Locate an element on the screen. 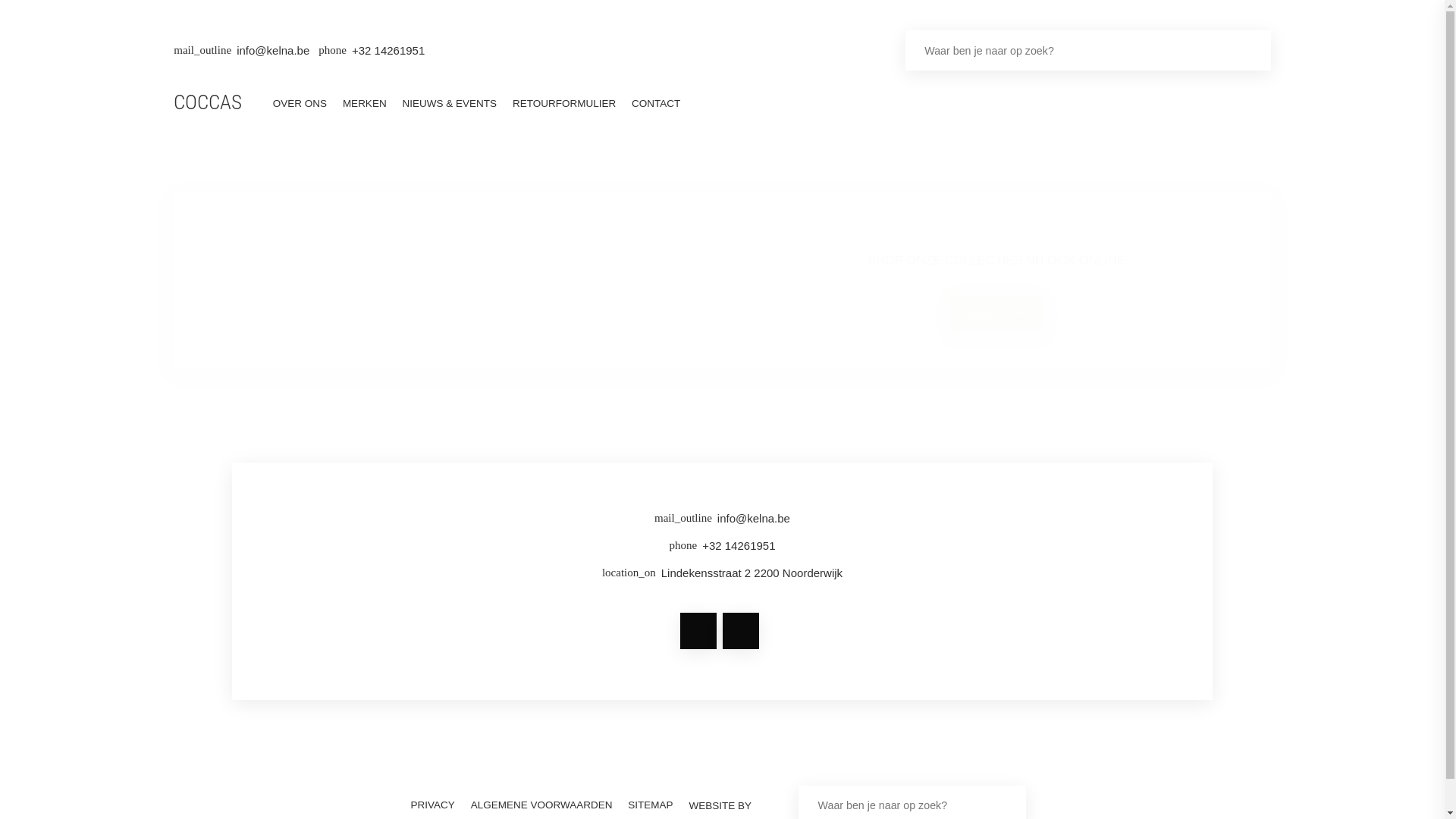  'WEBSITE BY' is located at coordinates (680, 805).